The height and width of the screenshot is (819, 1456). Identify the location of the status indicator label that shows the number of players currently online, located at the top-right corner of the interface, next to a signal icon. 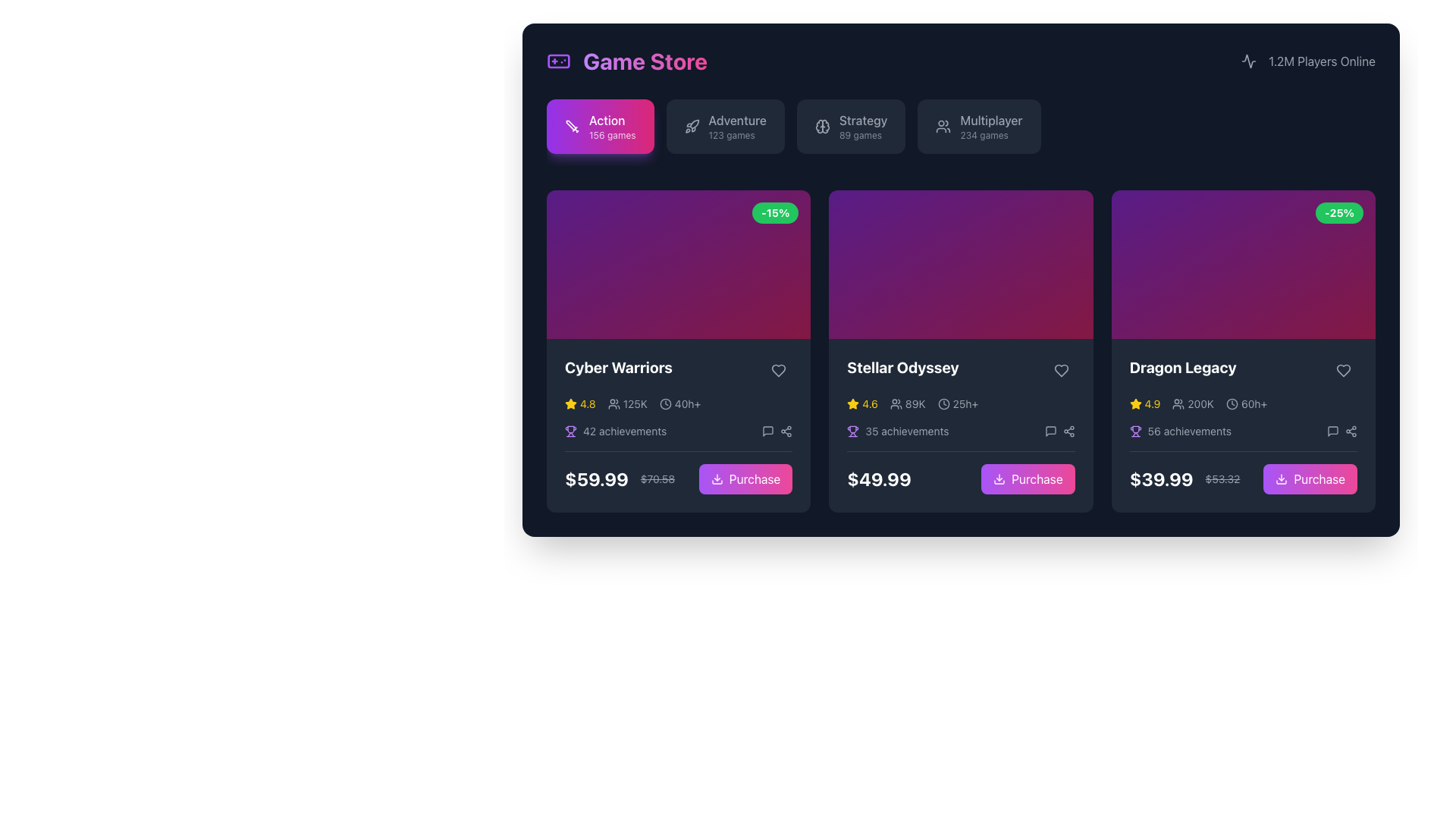
(1321, 61).